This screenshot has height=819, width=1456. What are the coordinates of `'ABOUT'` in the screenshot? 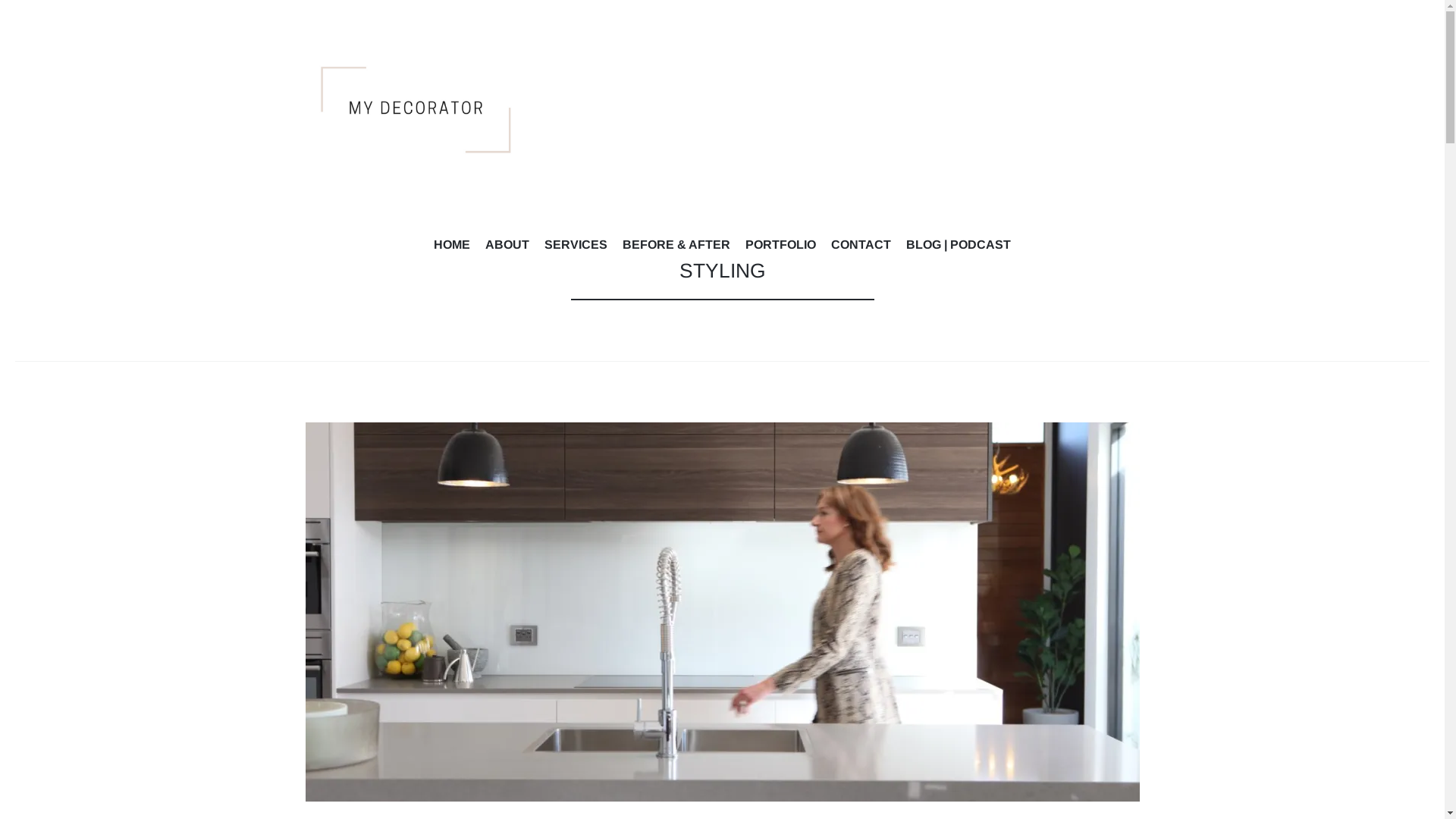 It's located at (507, 246).